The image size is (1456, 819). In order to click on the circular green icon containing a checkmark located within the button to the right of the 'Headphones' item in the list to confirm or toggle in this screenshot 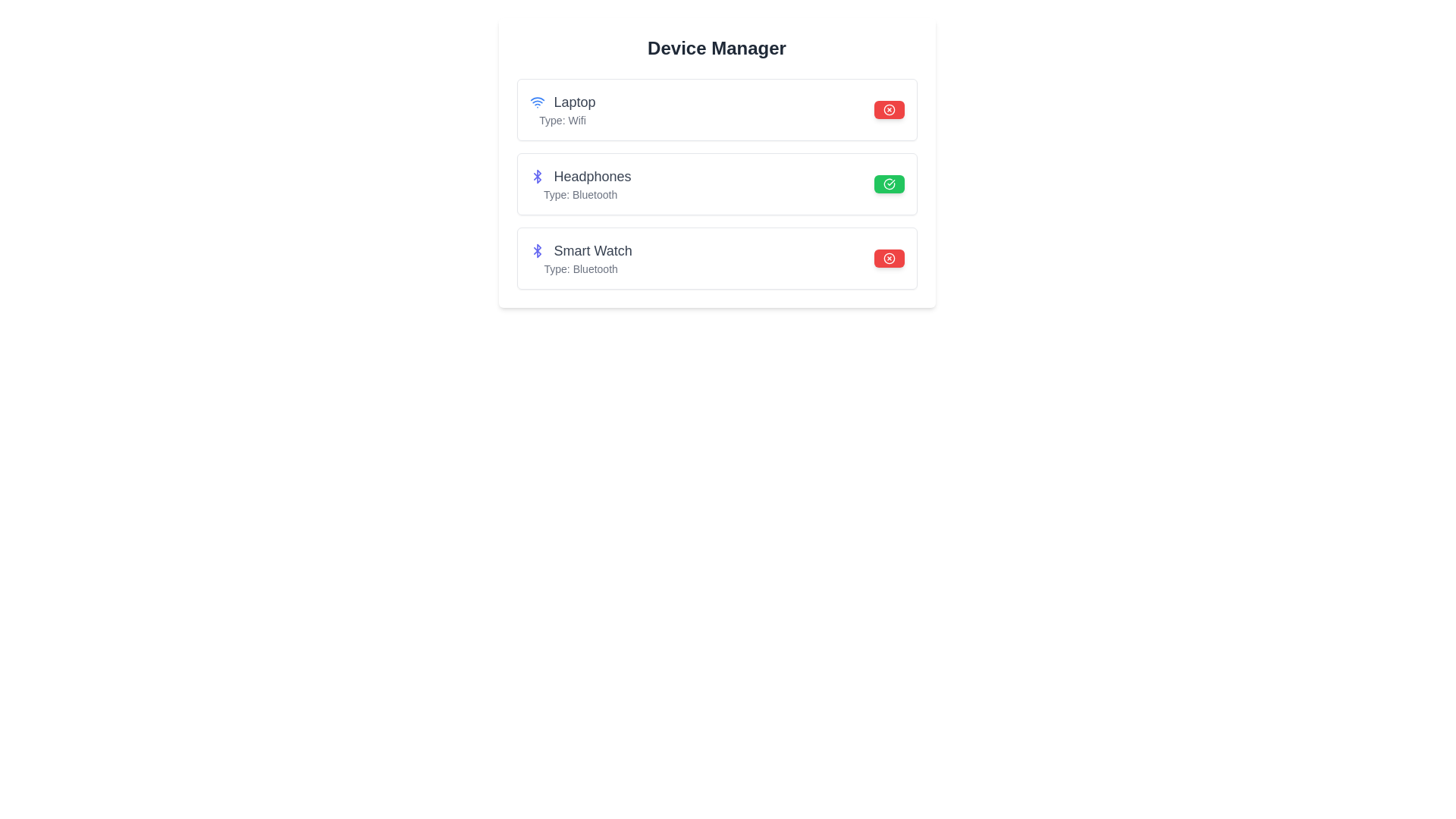, I will do `click(889, 184)`.